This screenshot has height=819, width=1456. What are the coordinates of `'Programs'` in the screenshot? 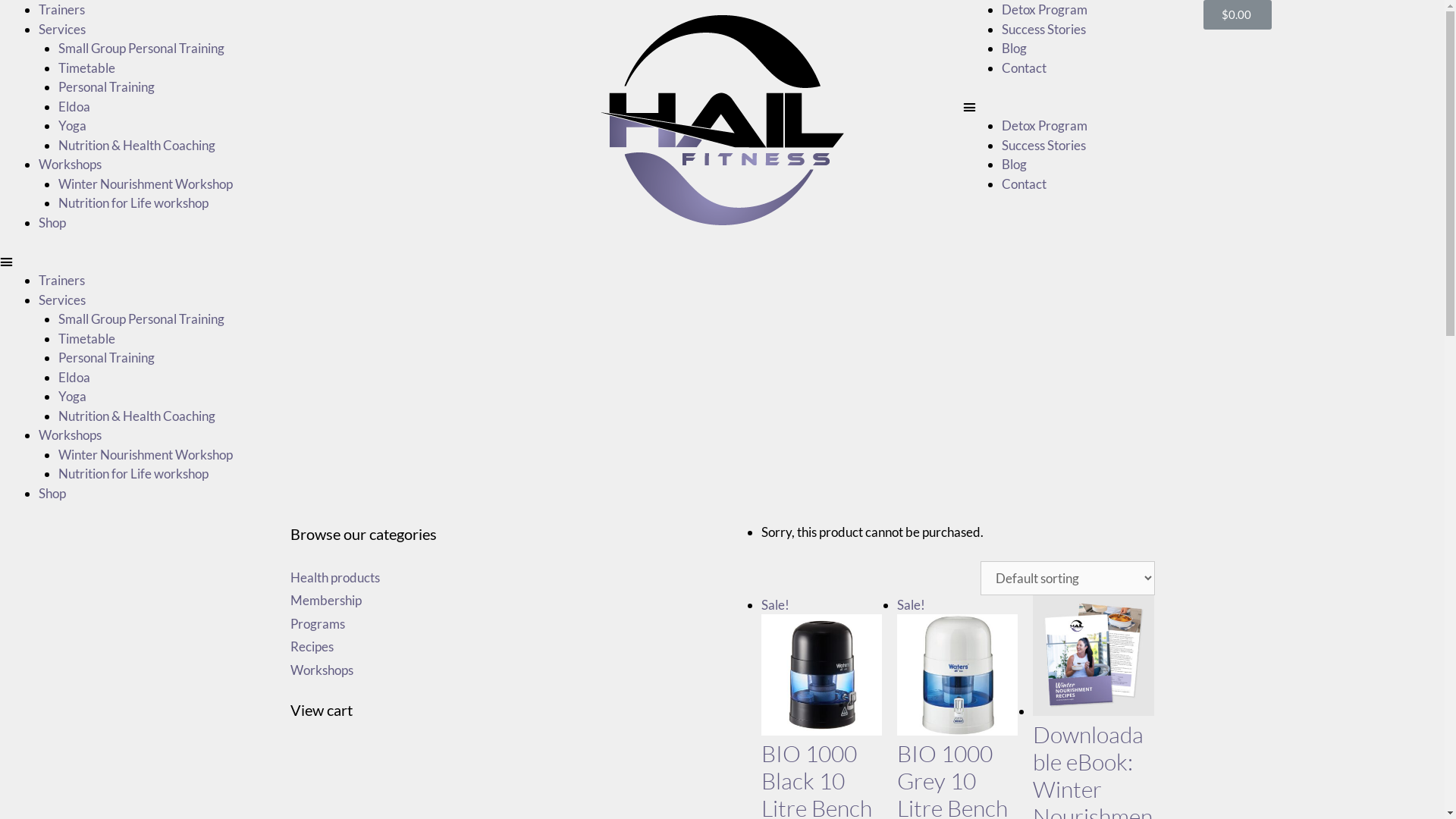 It's located at (315, 623).